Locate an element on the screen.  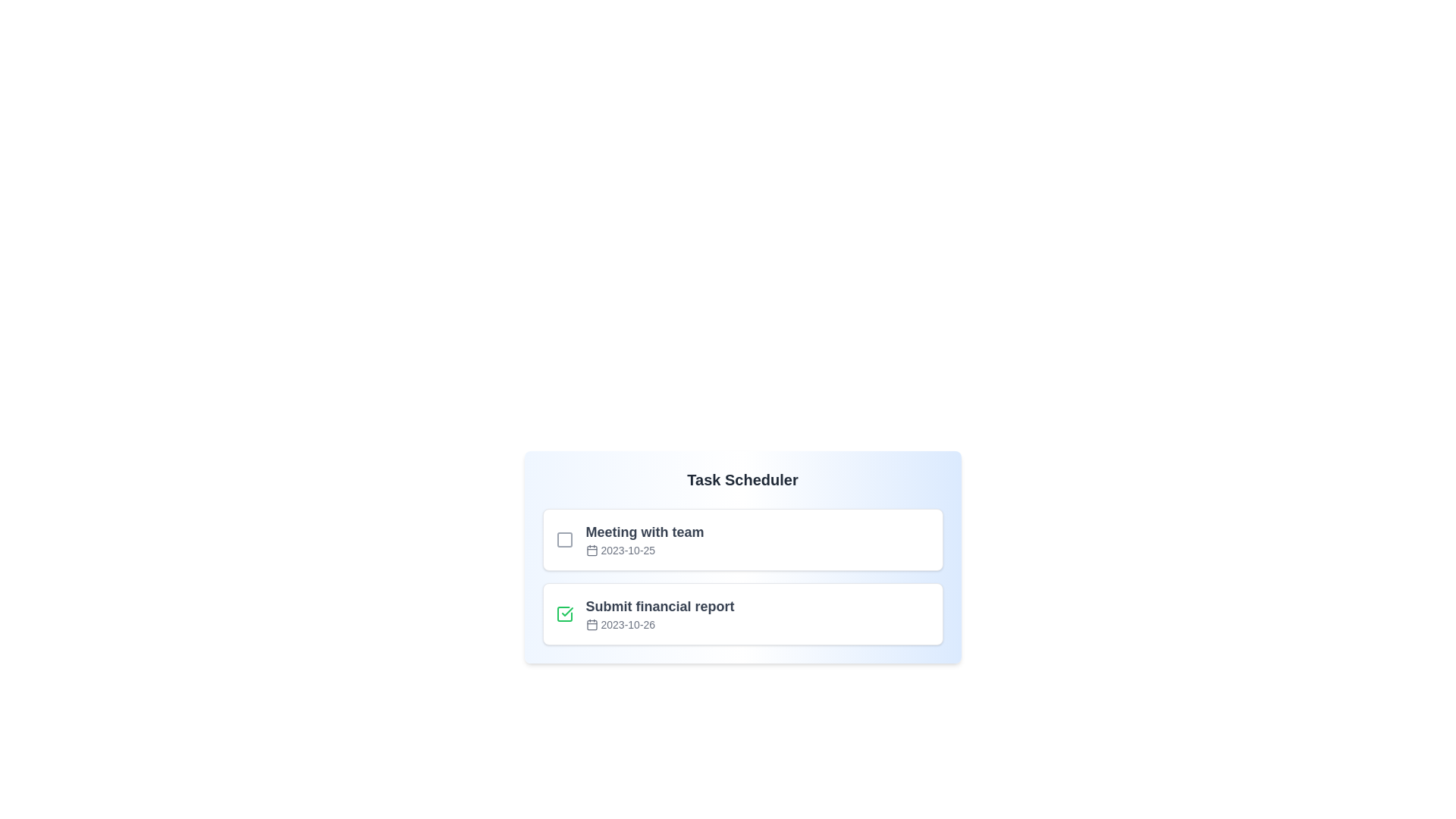
the checkbox located to the left of the task description for 'Submit financial report' is located at coordinates (563, 614).